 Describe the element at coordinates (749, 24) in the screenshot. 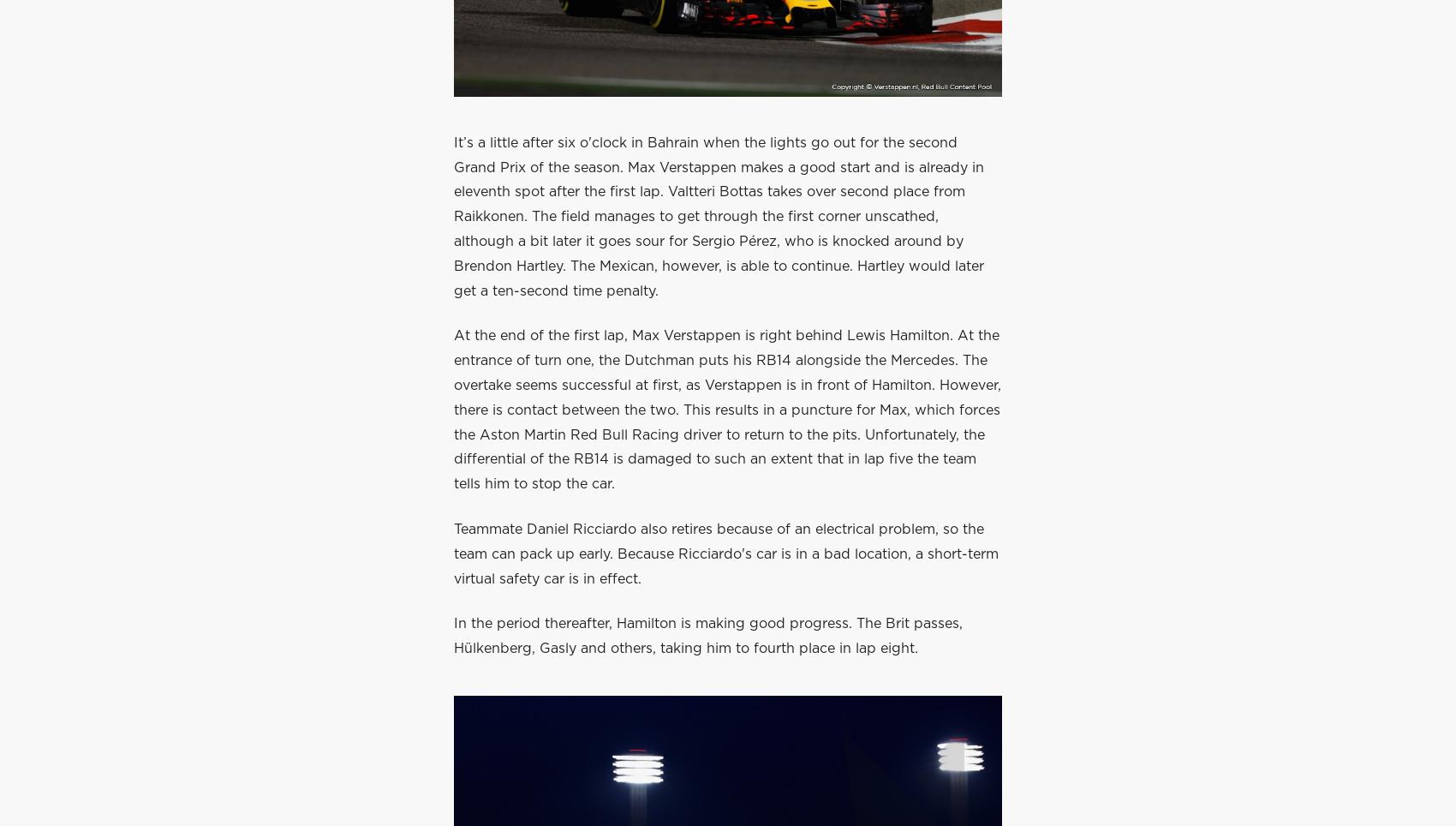

I see `'Forum'` at that location.